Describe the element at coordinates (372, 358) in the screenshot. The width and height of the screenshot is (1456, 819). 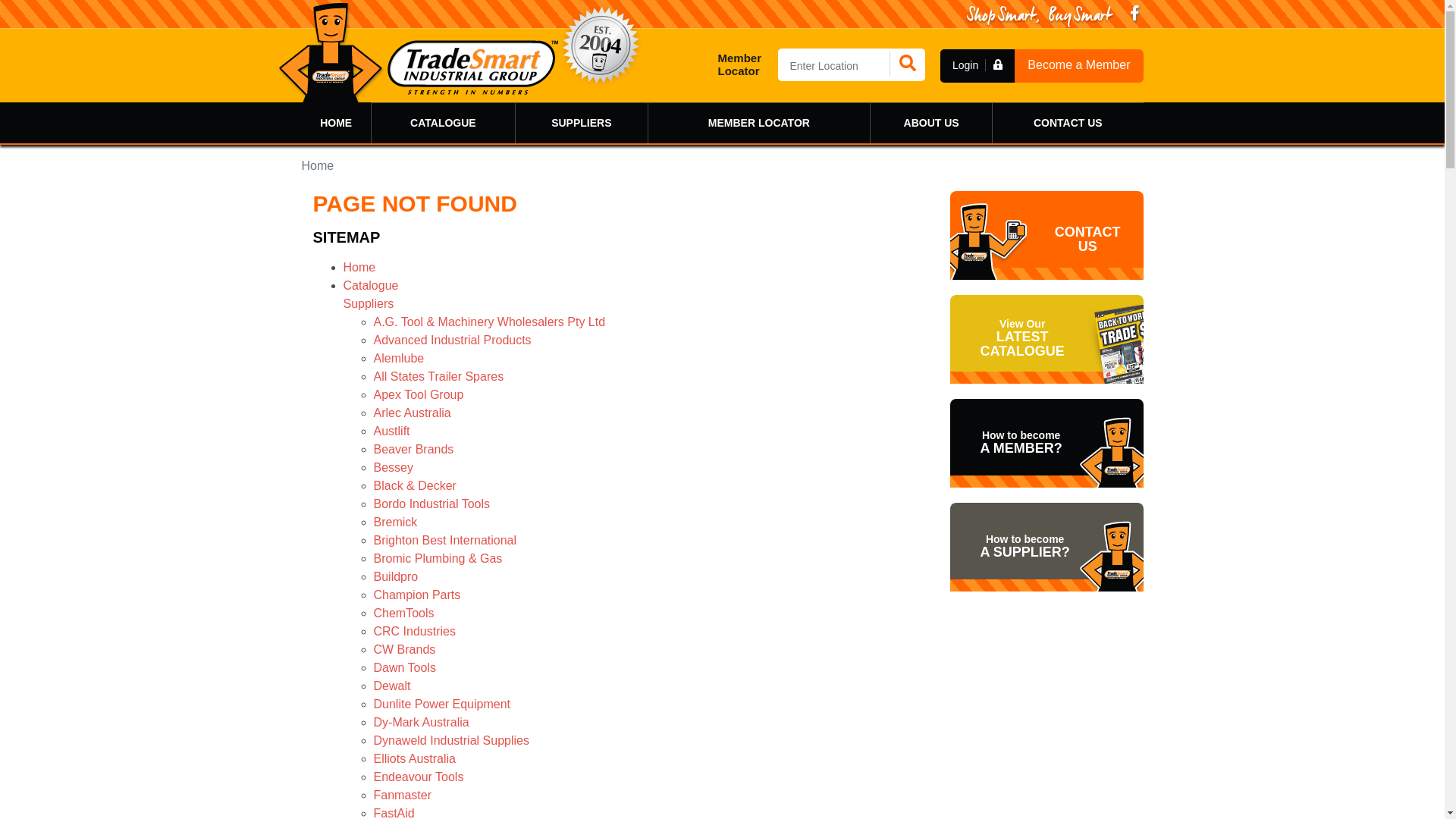
I see `'Alemlube'` at that location.